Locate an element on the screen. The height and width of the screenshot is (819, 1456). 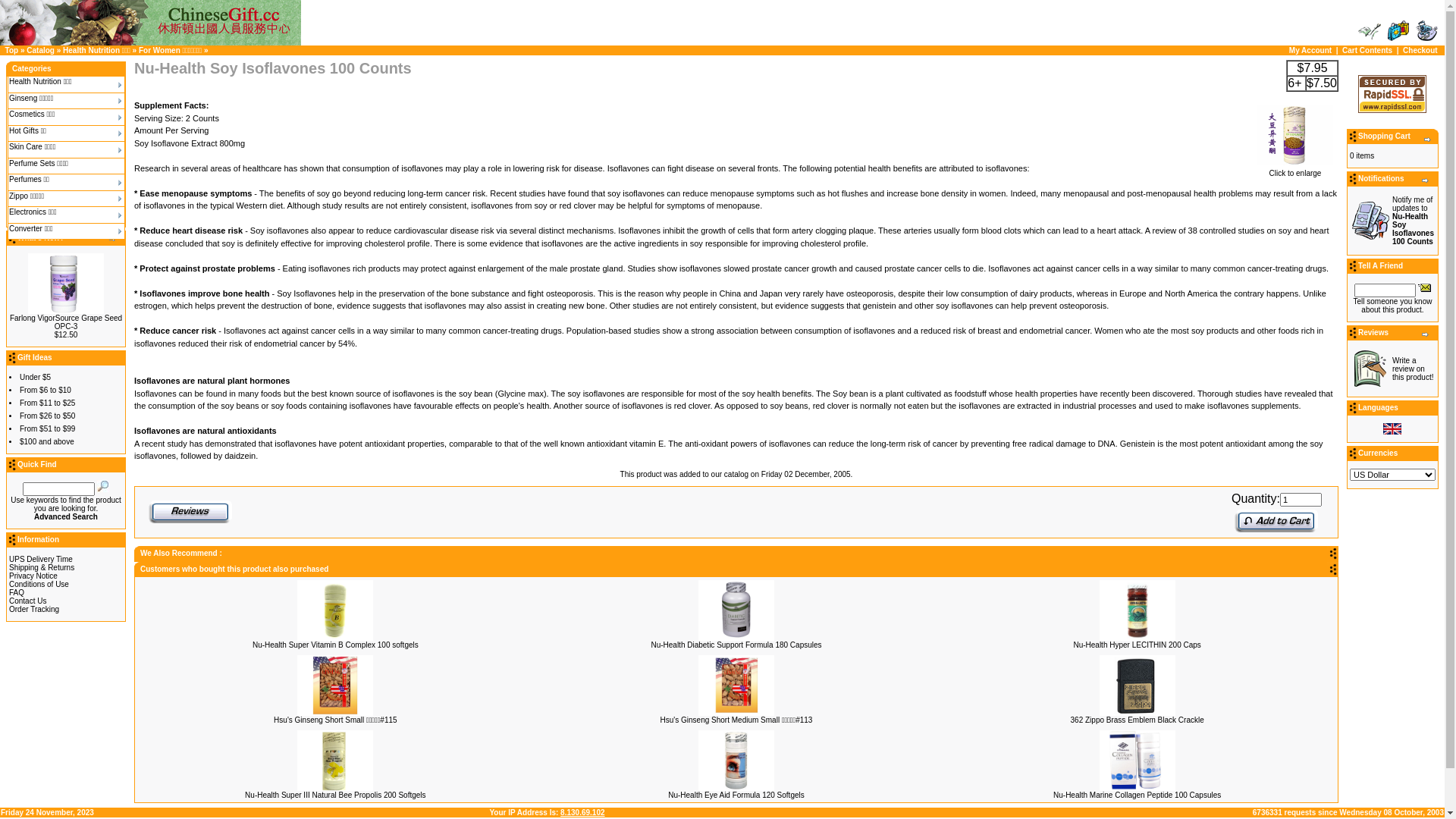
' Nu-Health Soy Isoflavones 100 Counts ' is located at coordinates (1294, 133).